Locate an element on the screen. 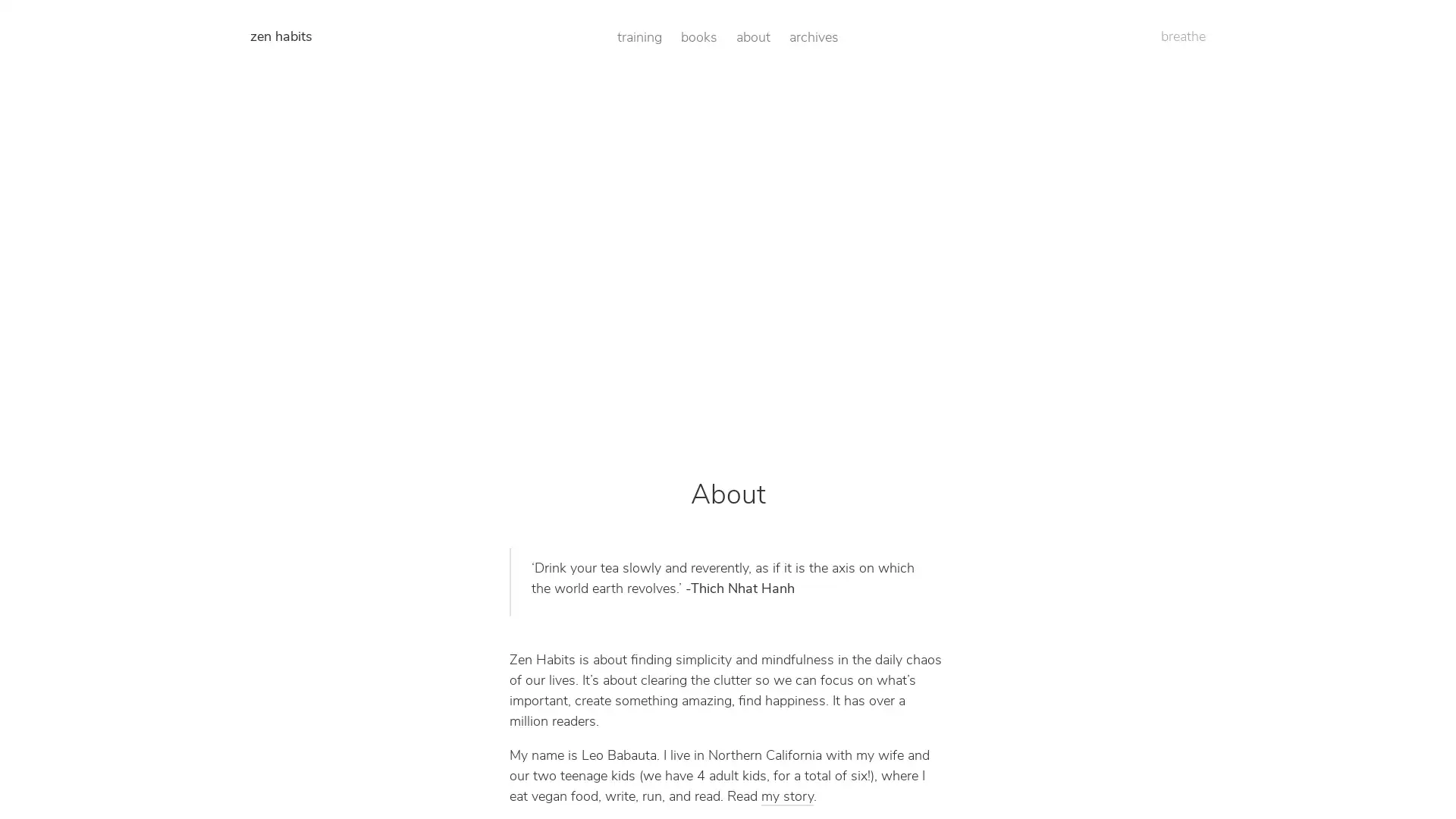 This screenshot has width=1456, height=819. Get Access is located at coordinates (916, 308).